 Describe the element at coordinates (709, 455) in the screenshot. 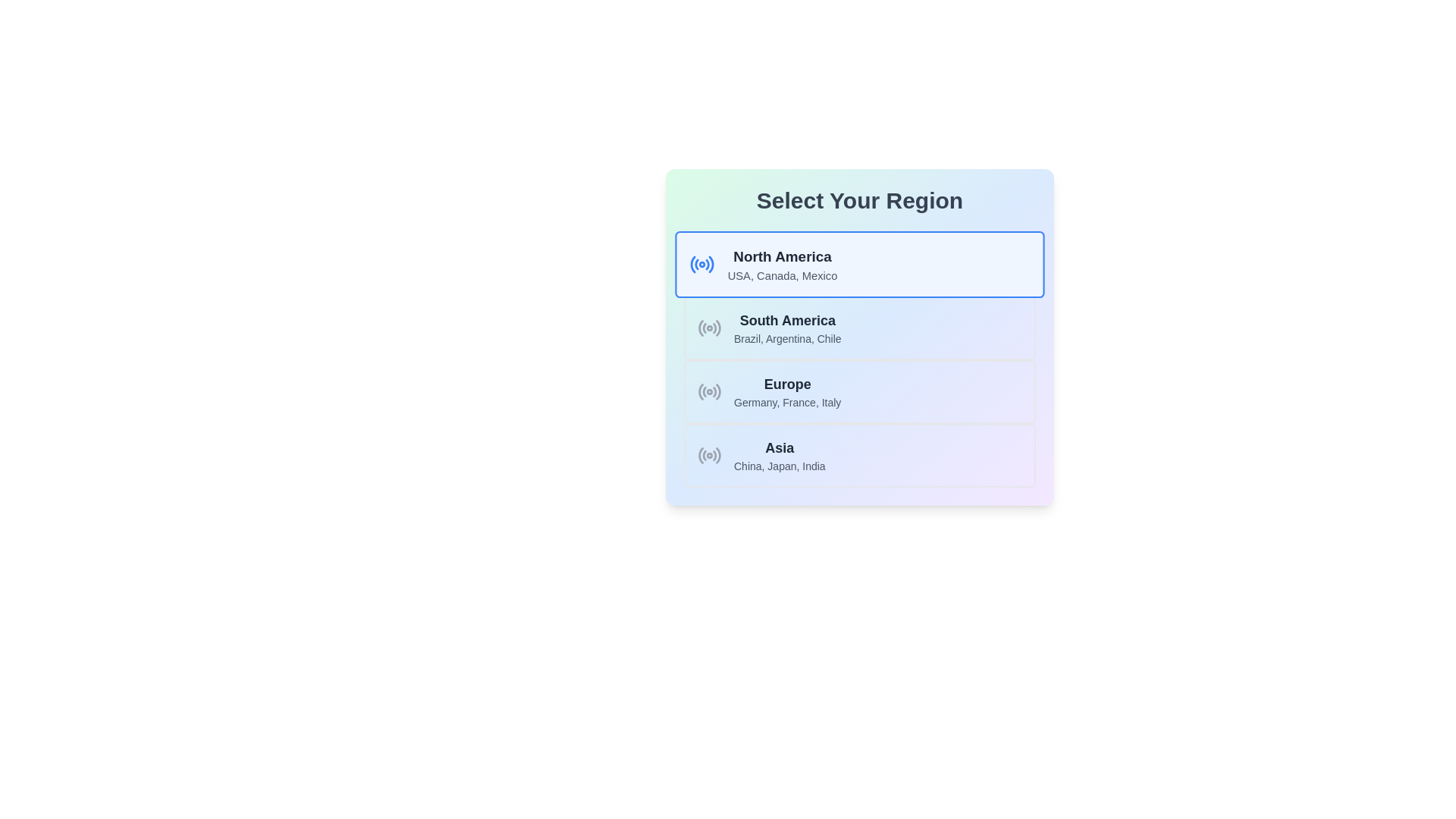

I see `the radio button styled icon representing the 'Asia' region in the region selection menu to indicate the user's choice of the 'Asia' region` at that location.